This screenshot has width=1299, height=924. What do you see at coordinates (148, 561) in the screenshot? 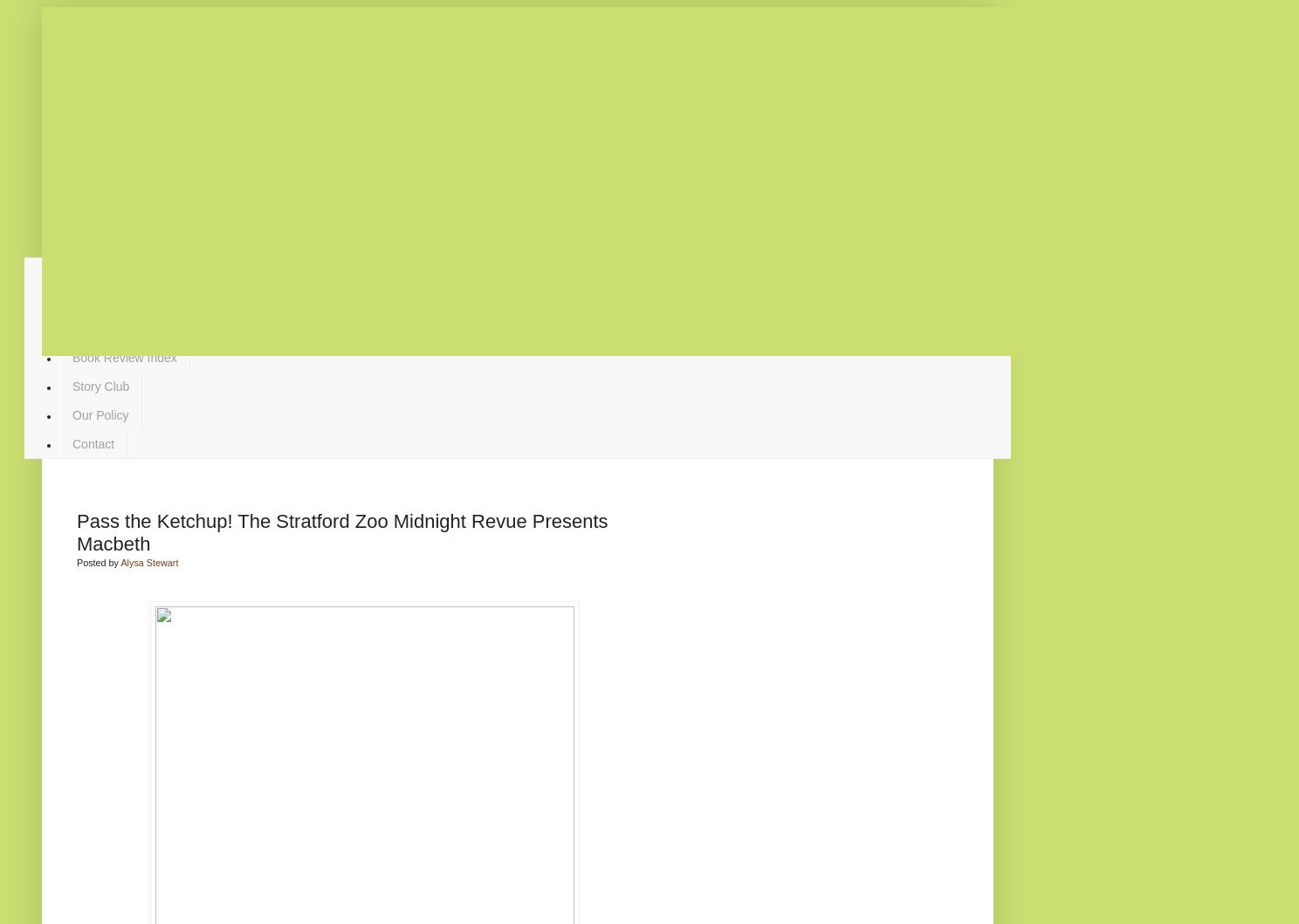
I see `'Alysa Stewart'` at bounding box center [148, 561].